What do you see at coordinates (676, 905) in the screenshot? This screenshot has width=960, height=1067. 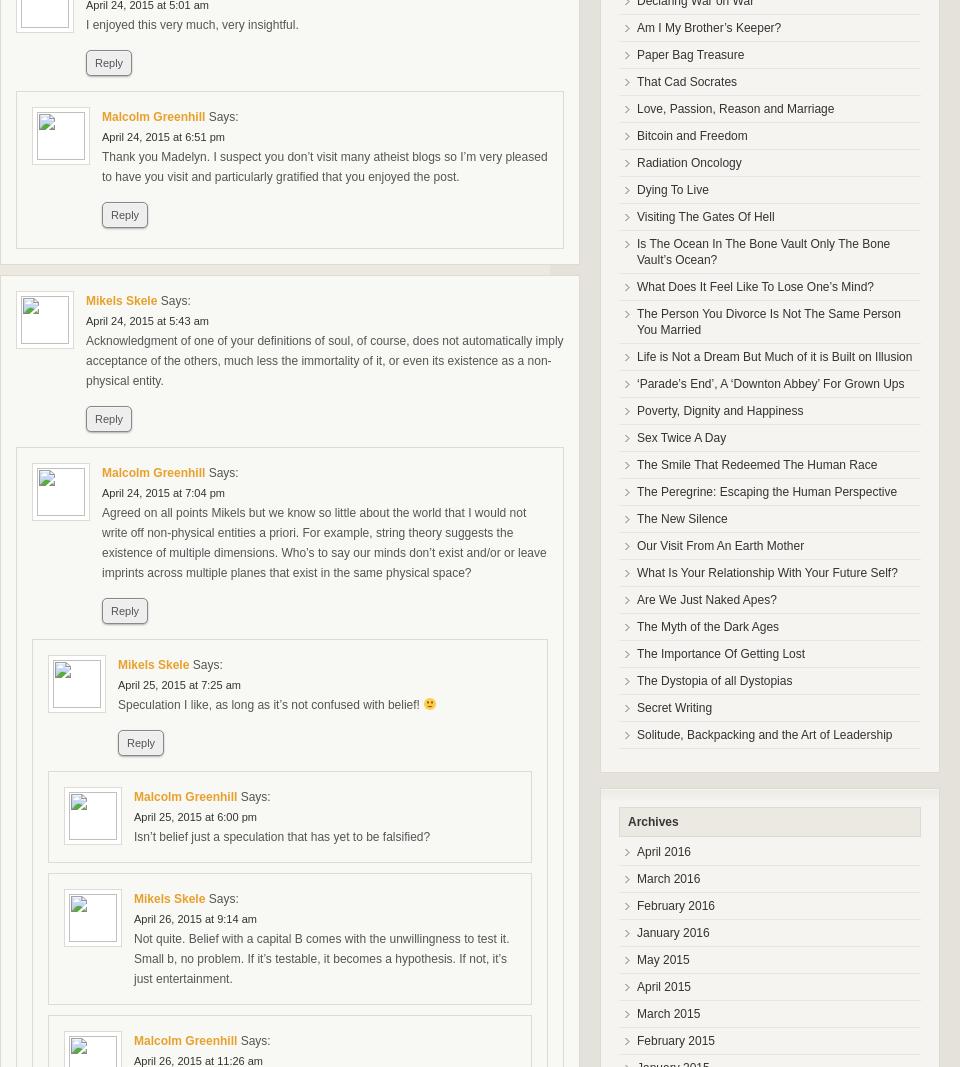 I see `'February 2016'` at bounding box center [676, 905].